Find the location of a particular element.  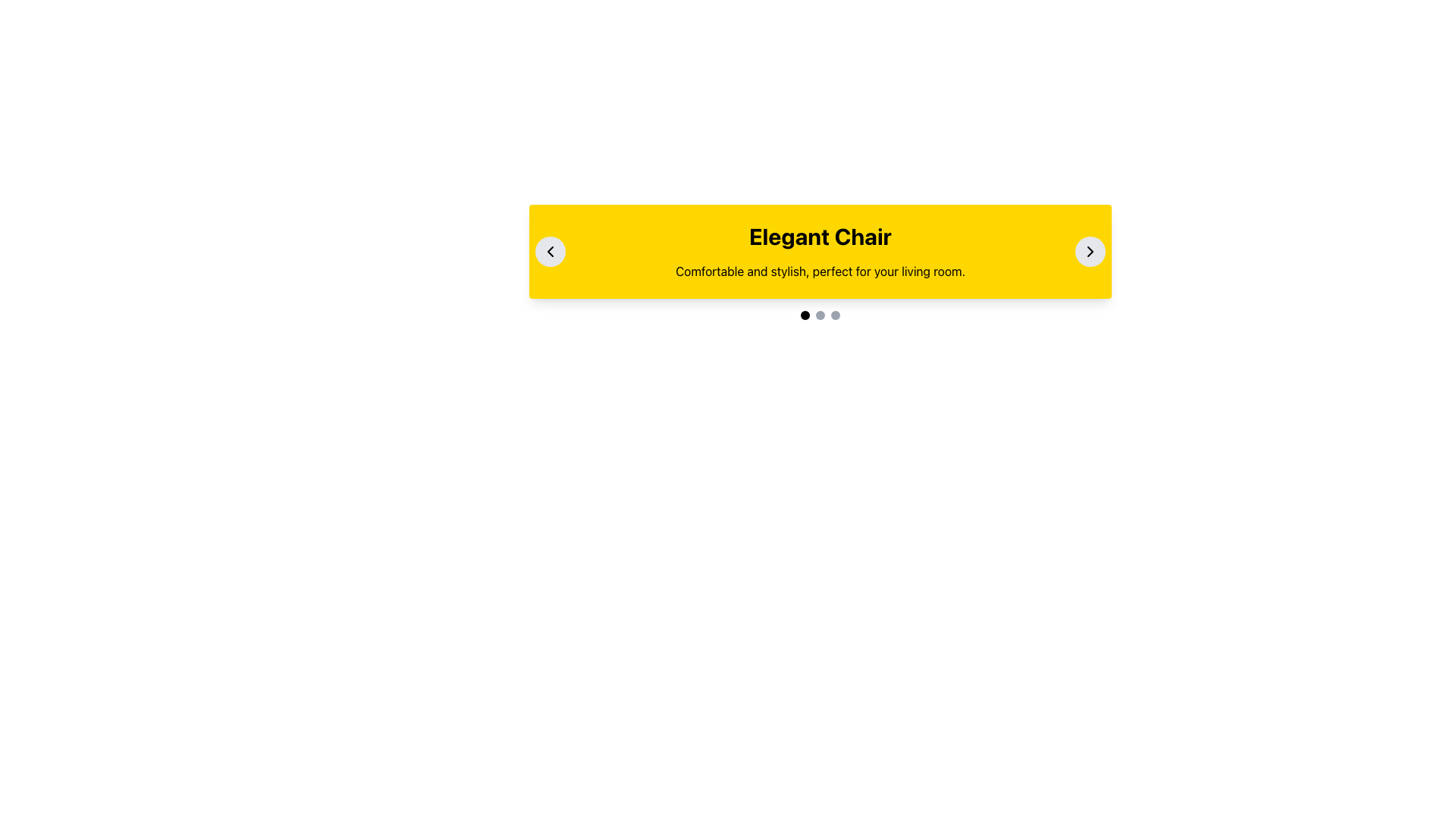

the right-pointing arrow-shaped icon inside the circular button on the right side of the yellow banner is located at coordinates (1090, 250).